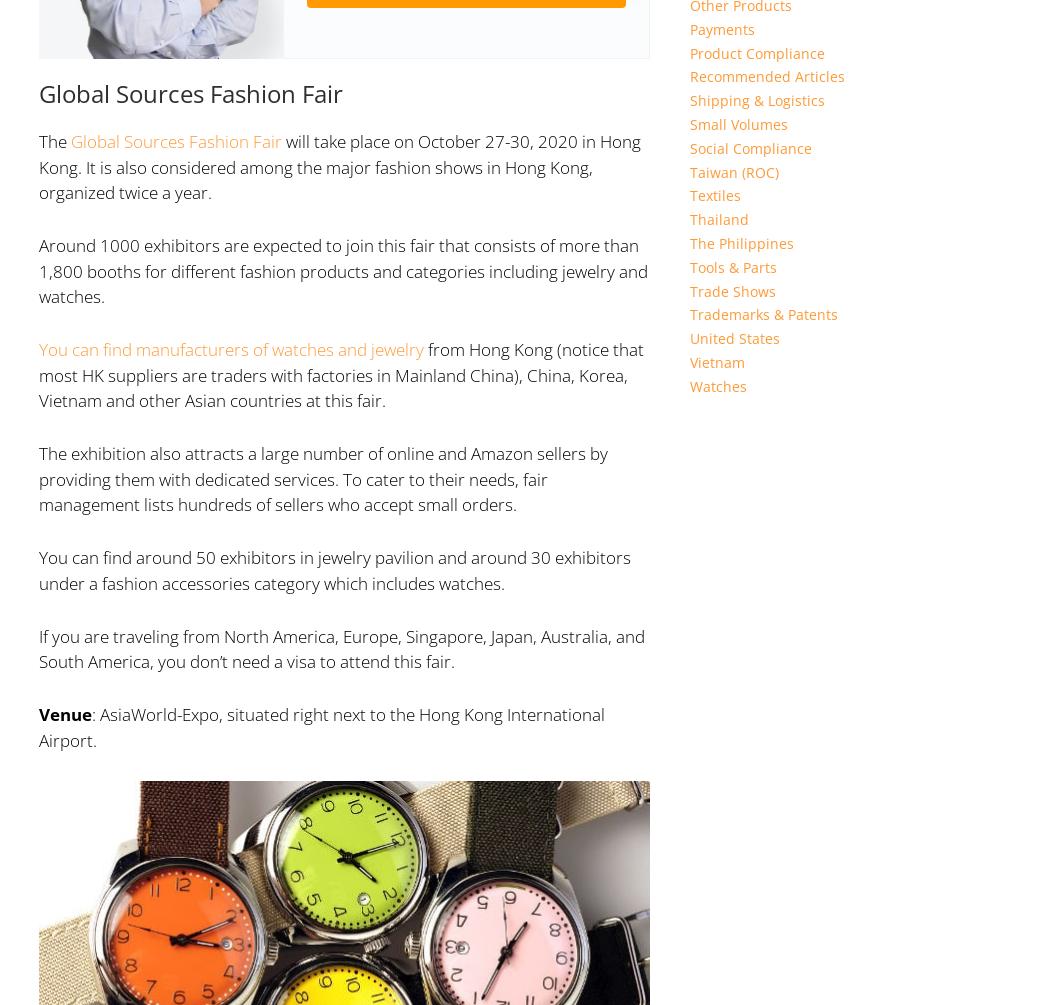 The width and height of the screenshot is (1064, 1005). Describe the element at coordinates (737, 123) in the screenshot. I see `'Small Volumes'` at that location.